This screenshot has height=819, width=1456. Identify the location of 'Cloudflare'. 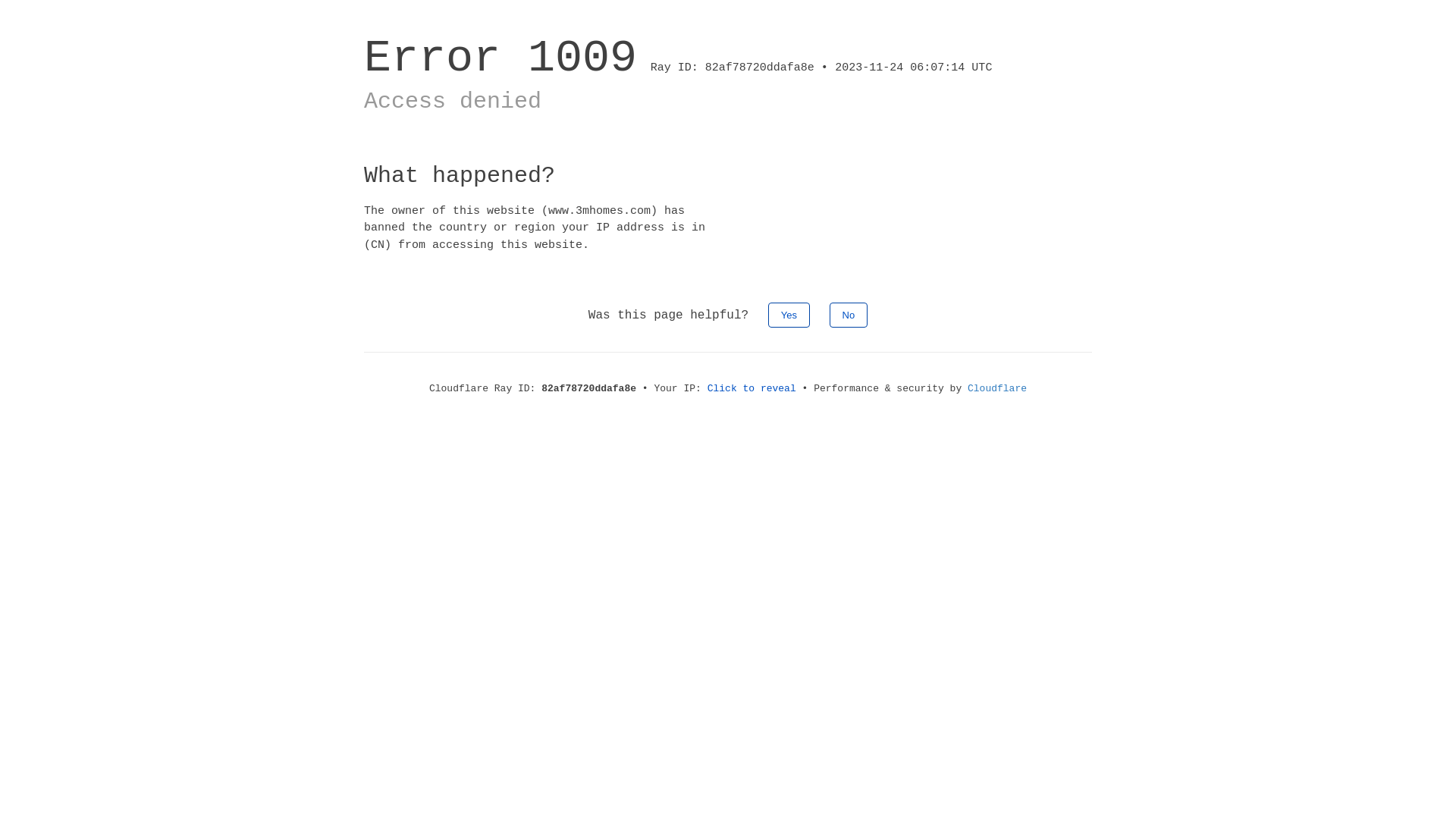
(997, 388).